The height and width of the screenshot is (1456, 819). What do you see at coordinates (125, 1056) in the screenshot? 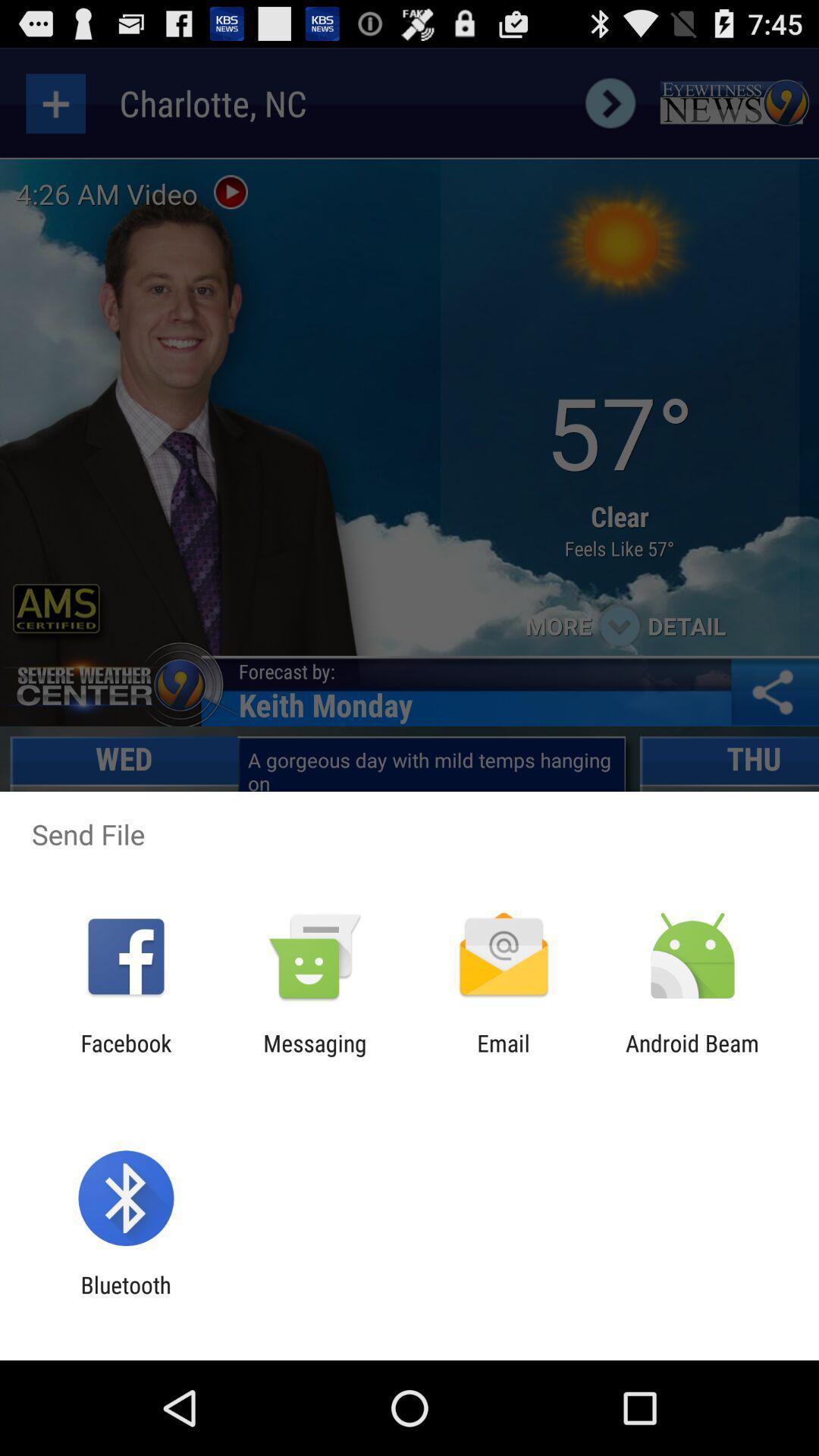
I see `app next to the messaging icon` at bounding box center [125, 1056].